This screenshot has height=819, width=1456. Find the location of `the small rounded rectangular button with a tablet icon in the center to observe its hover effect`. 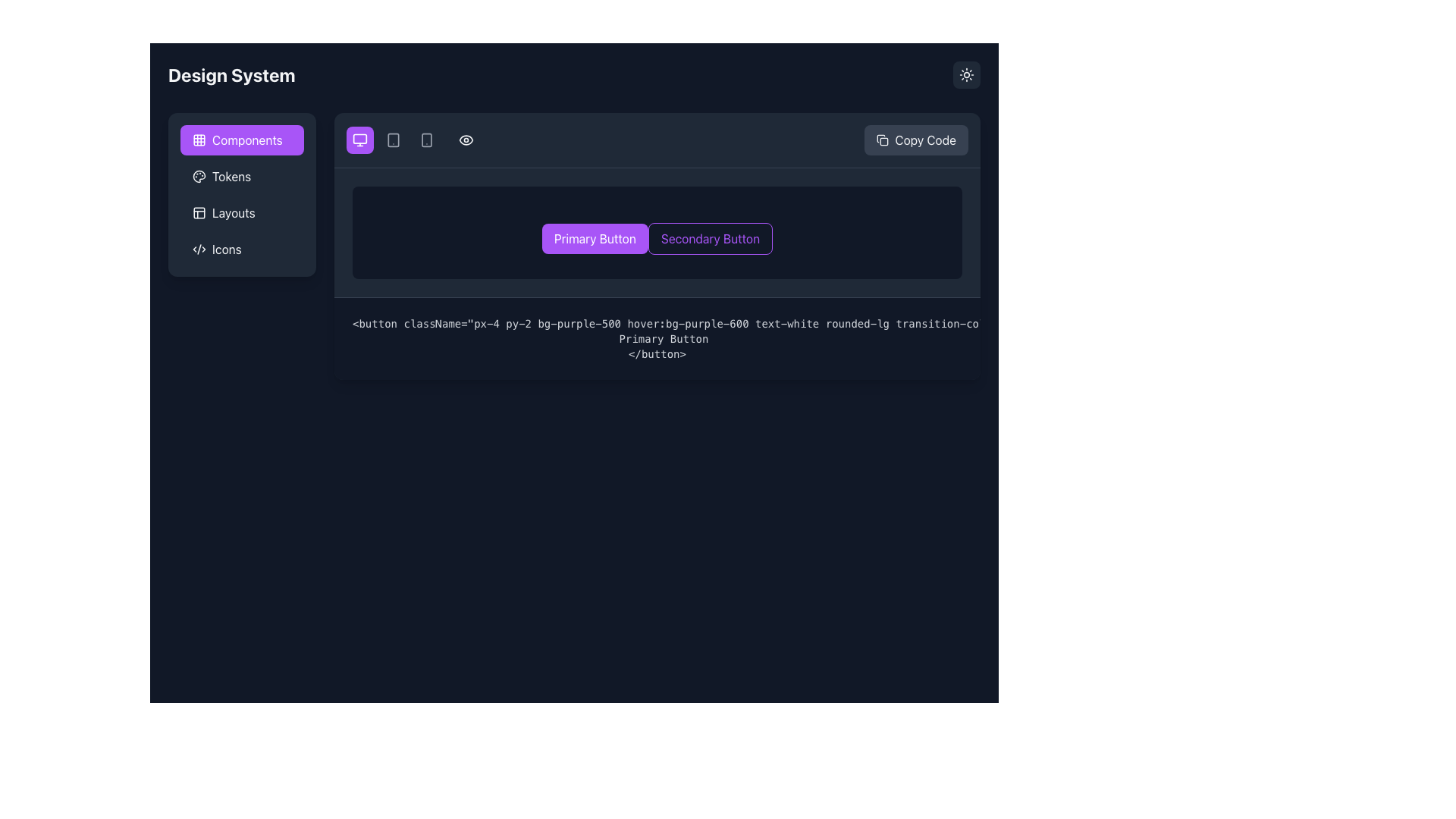

the small rounded rectangular button with a tablet icon in the center to observe its hover effect is located at coordinates (393, 140).